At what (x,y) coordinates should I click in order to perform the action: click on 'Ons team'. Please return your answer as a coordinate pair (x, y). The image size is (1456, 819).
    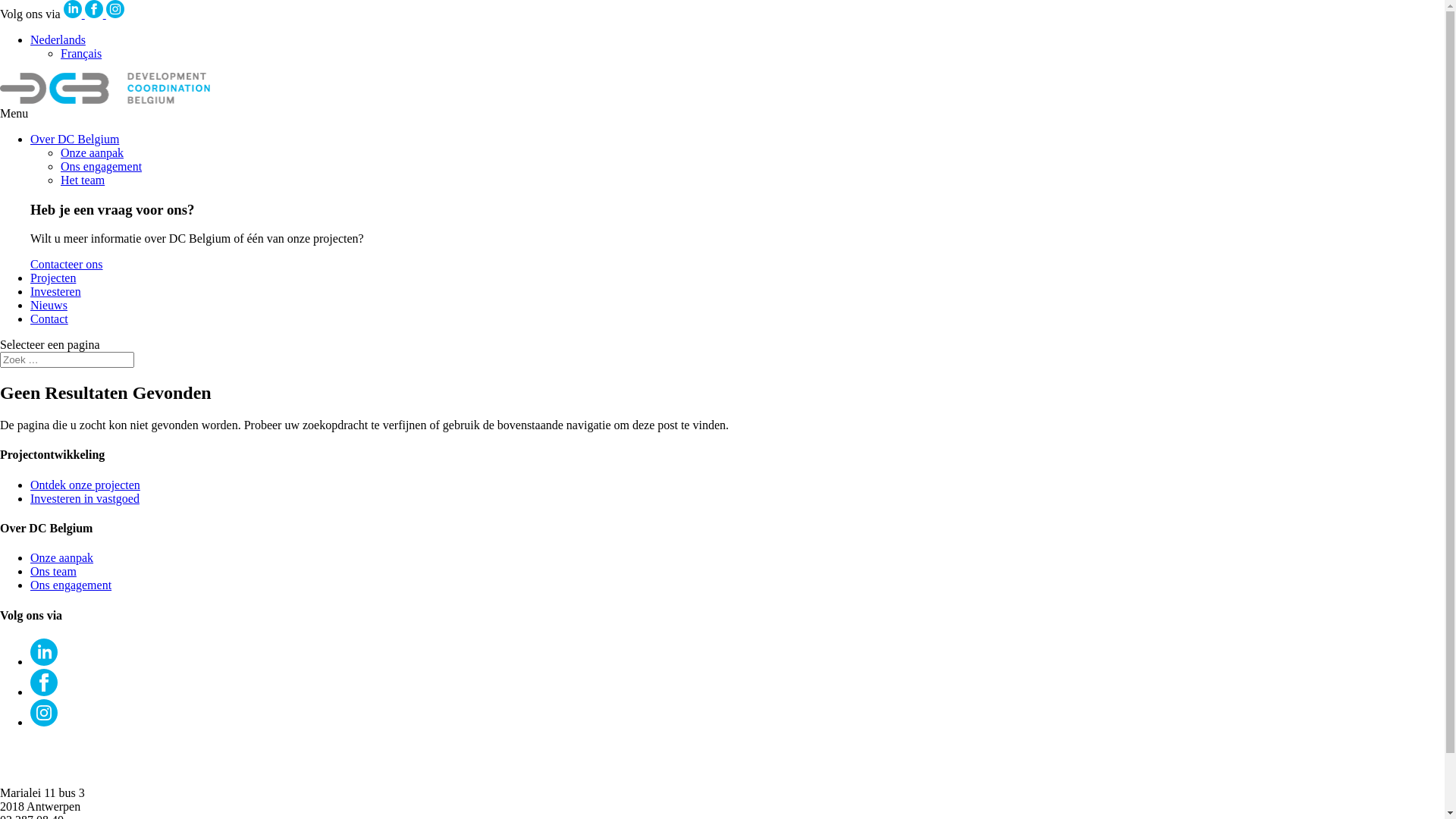
    Looking at the image, I should click on (53, 571).